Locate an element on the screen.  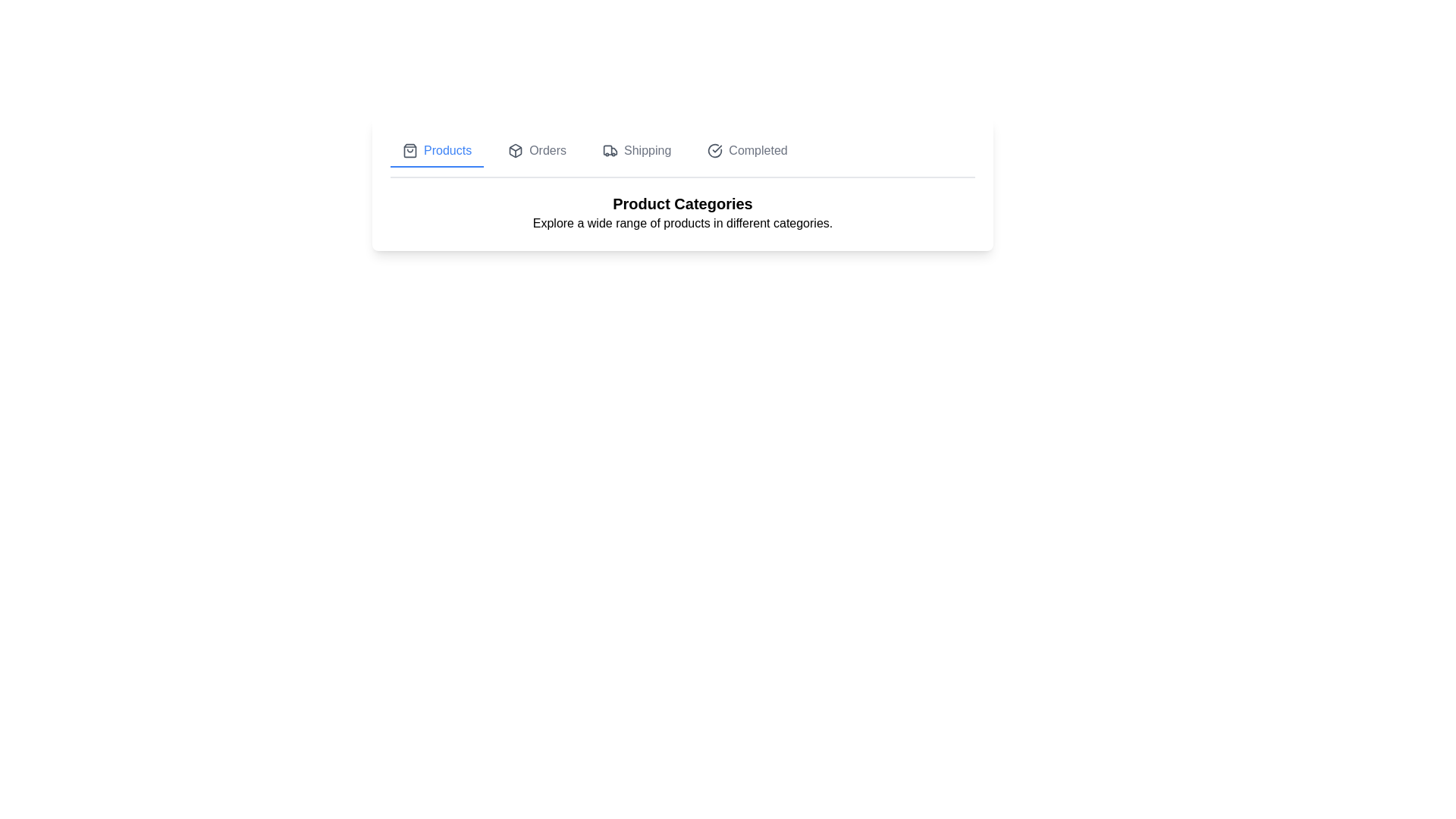
the text label displaying 'Completed', located to the right of the circular check-mark icon in the horizontal navigation bar is located at coordinates (758, 151).